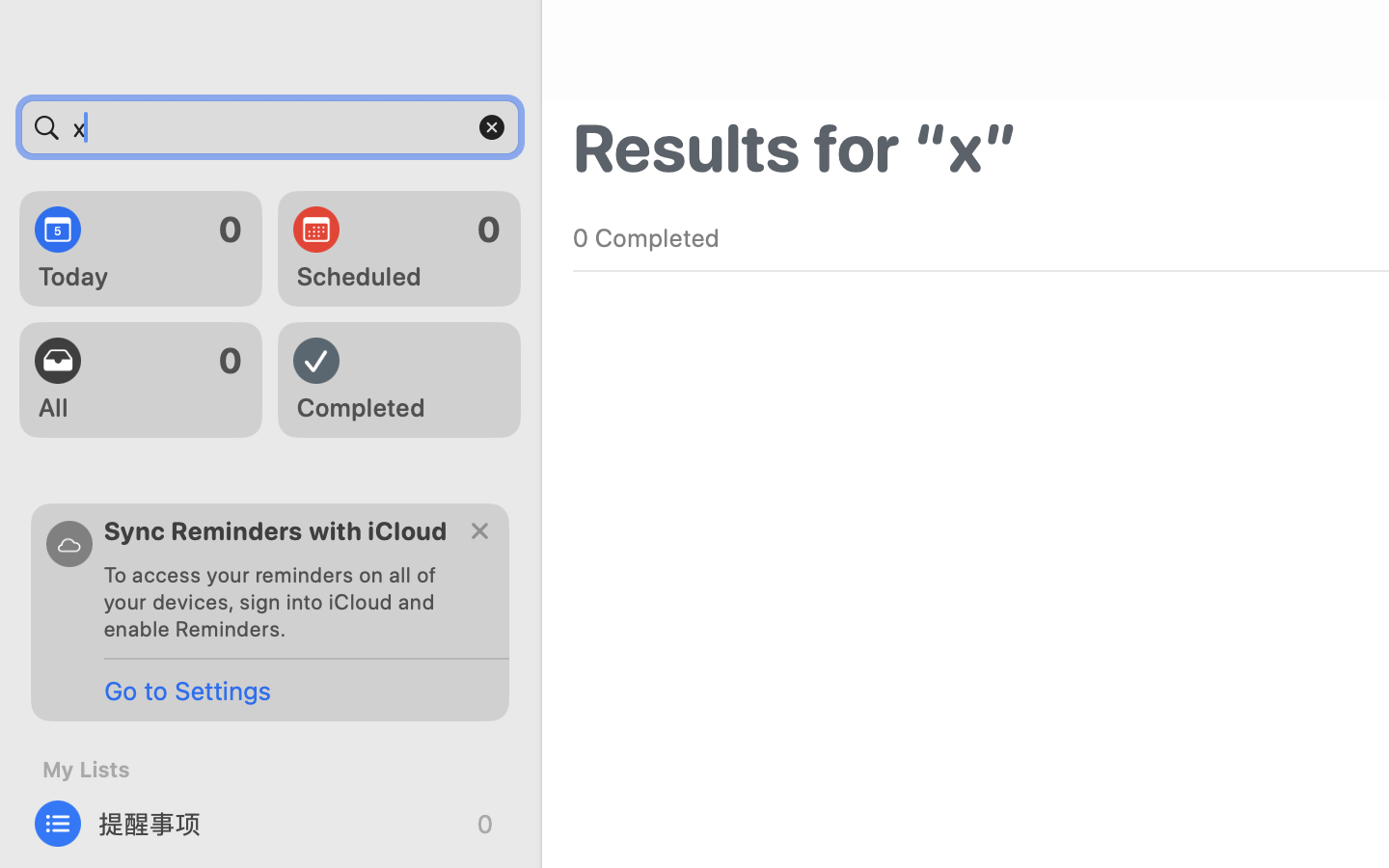  Describe the element at coordinates (274, 529) in the screenshot. I see `'Sync Reminders with iCloud'` at that location.